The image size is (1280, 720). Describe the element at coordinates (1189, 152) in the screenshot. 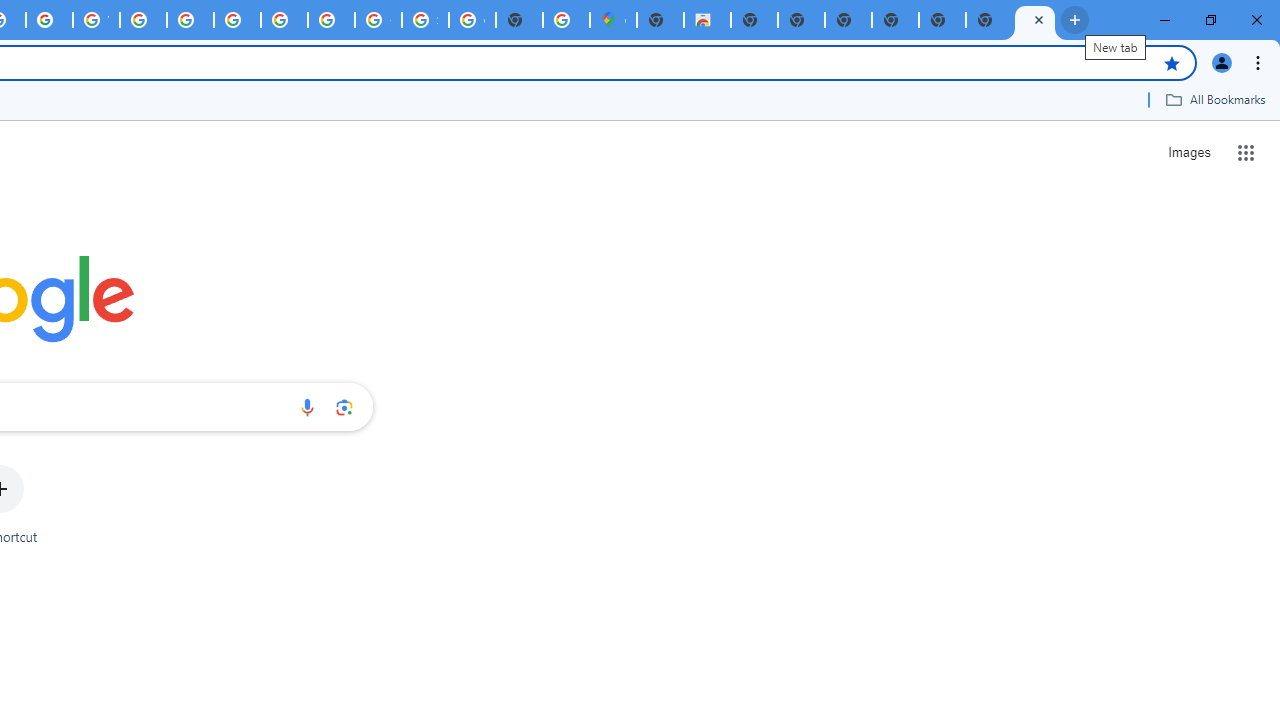

I see `'Search for Images '` at that location.